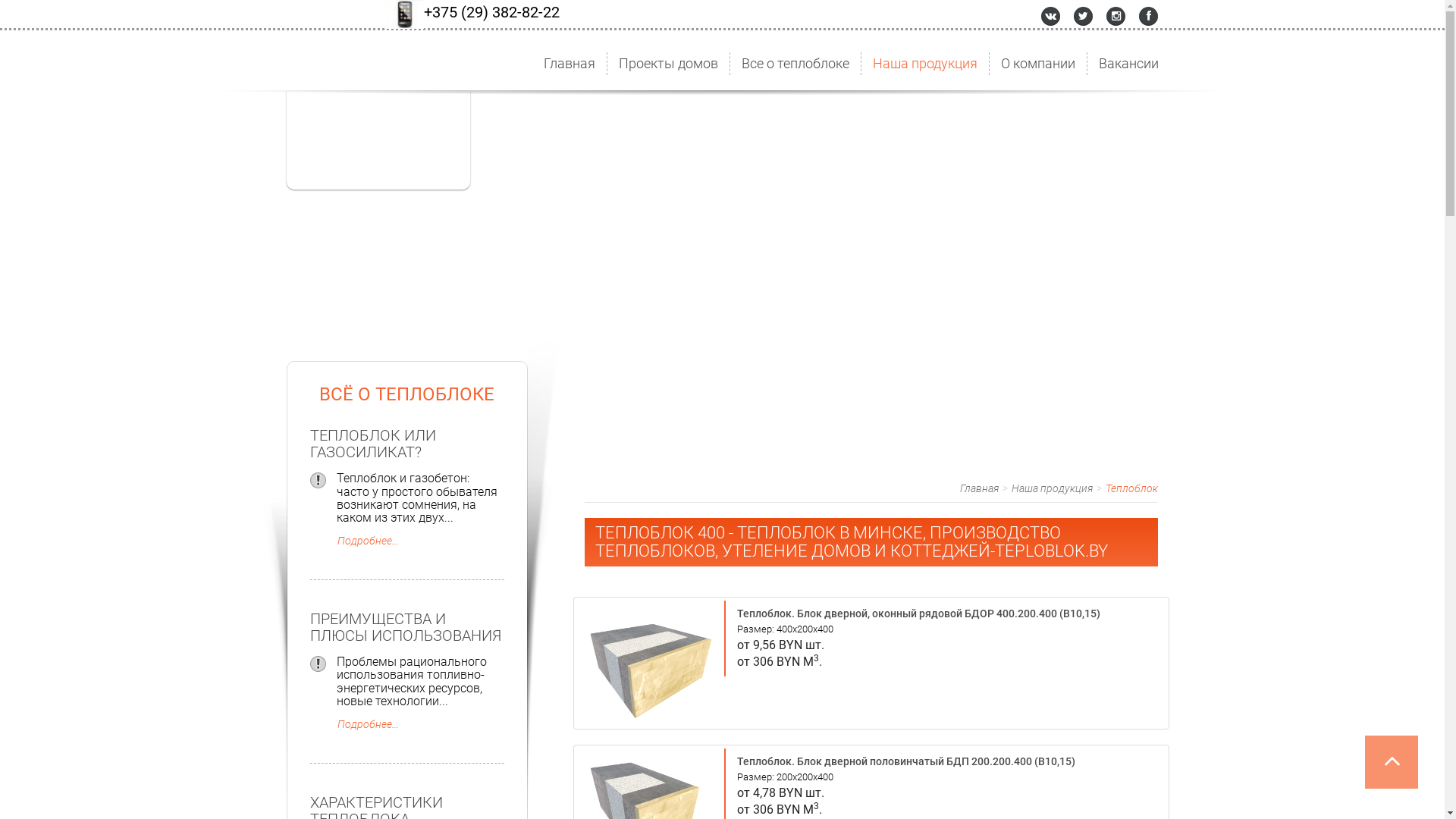 The width and height of the screenshot is (1456, 819). Describe the element at coordinates (1082, 15) in the screenshot. I see `'Twitter'` at that location.